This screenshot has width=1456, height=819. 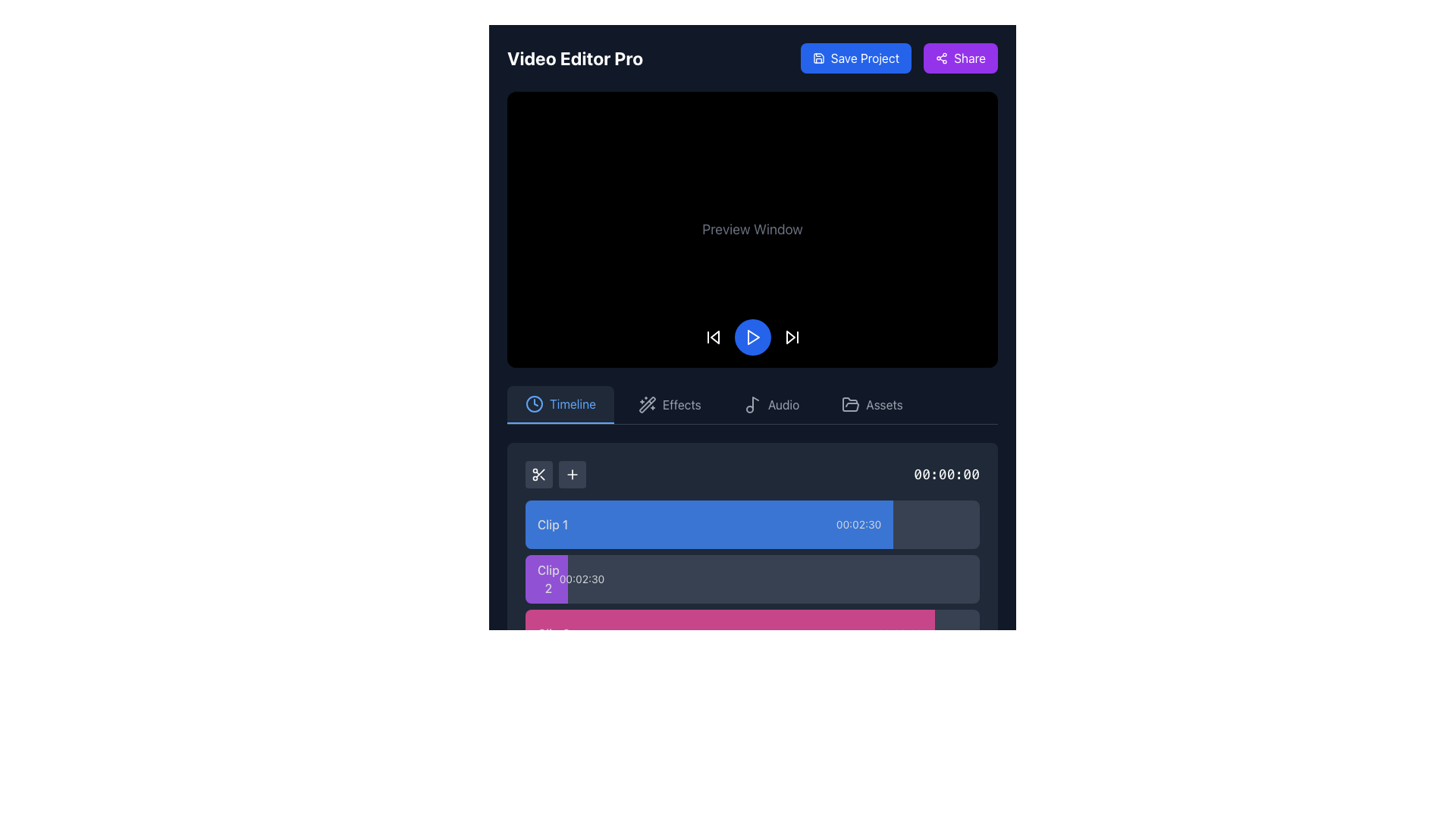 What do you see at coordinates (708, 523) in the screenshot?
I see `the blue rectangular Timeline Clip labeled 'Clip 1' at the center coordinates` at bounding box center [708, 523].